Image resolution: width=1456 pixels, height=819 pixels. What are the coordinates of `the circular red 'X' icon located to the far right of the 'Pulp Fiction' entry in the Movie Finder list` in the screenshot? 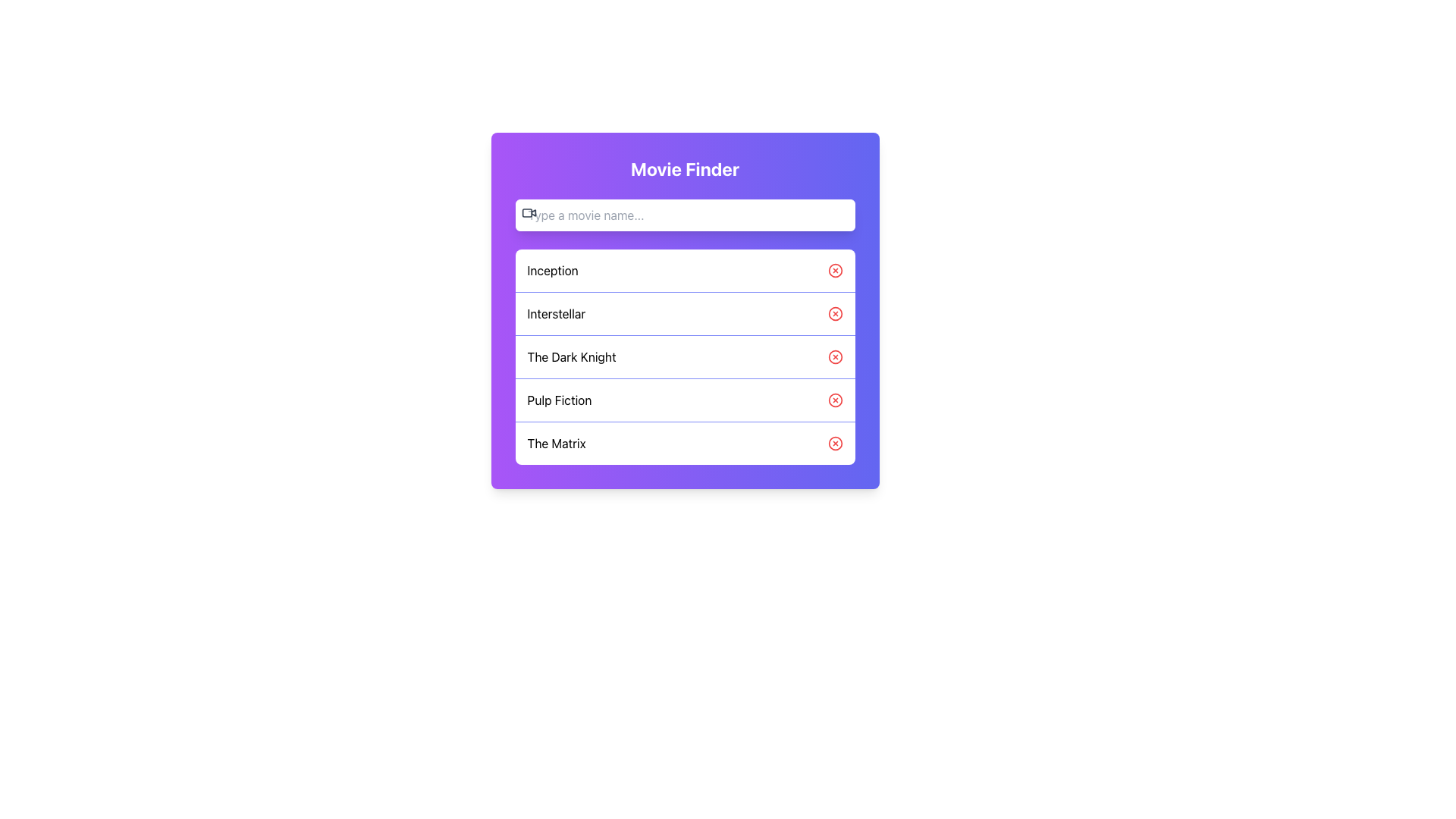 It's located at (834, 400).